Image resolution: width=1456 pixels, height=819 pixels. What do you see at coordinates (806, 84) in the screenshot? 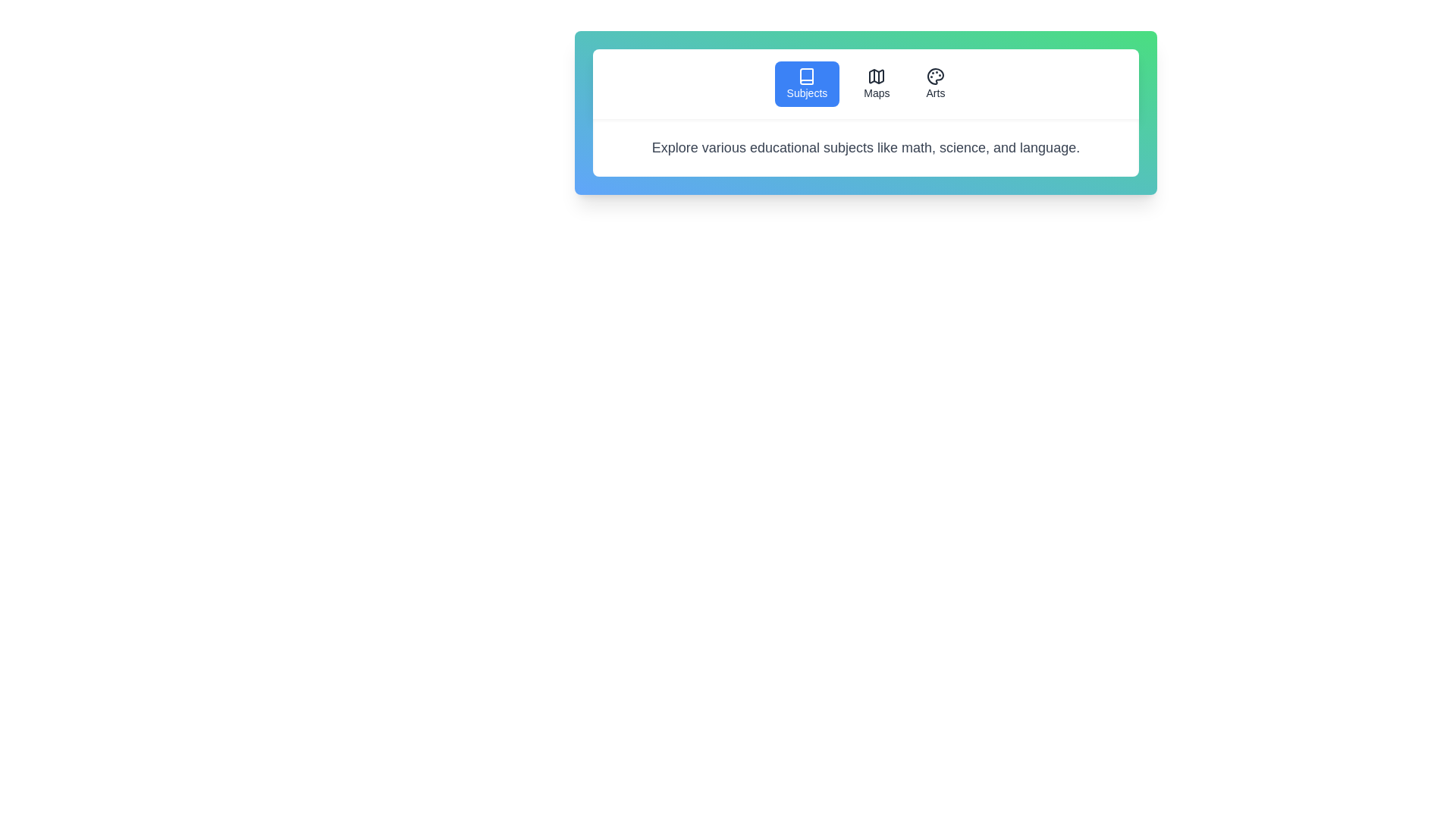
I see `the Subjects tab to view its content` at bounding box center [806, 84].